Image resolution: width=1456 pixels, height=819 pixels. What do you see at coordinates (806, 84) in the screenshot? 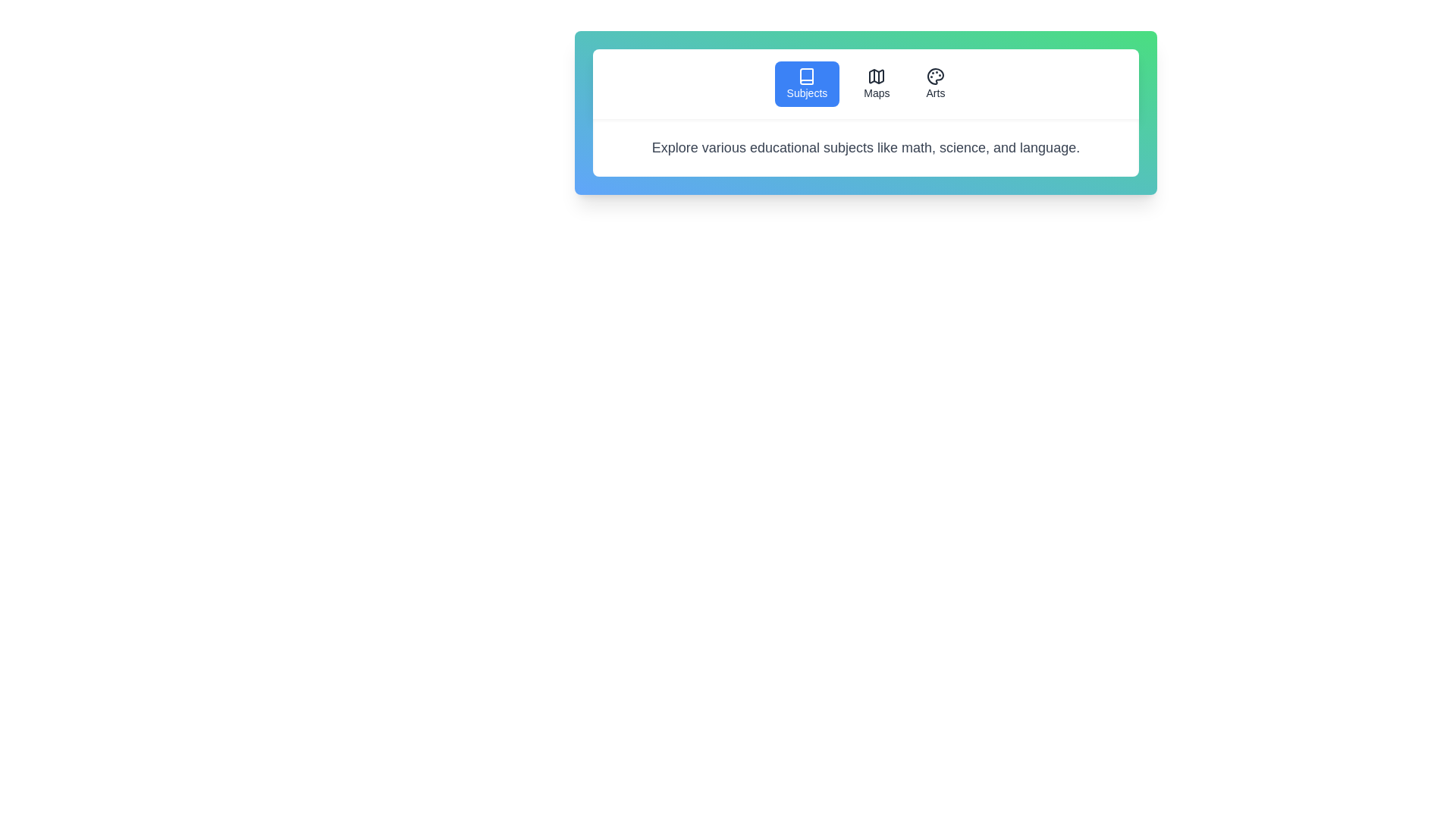
I see `the Subjects tab to view its content` at bounding box center [806, 84].